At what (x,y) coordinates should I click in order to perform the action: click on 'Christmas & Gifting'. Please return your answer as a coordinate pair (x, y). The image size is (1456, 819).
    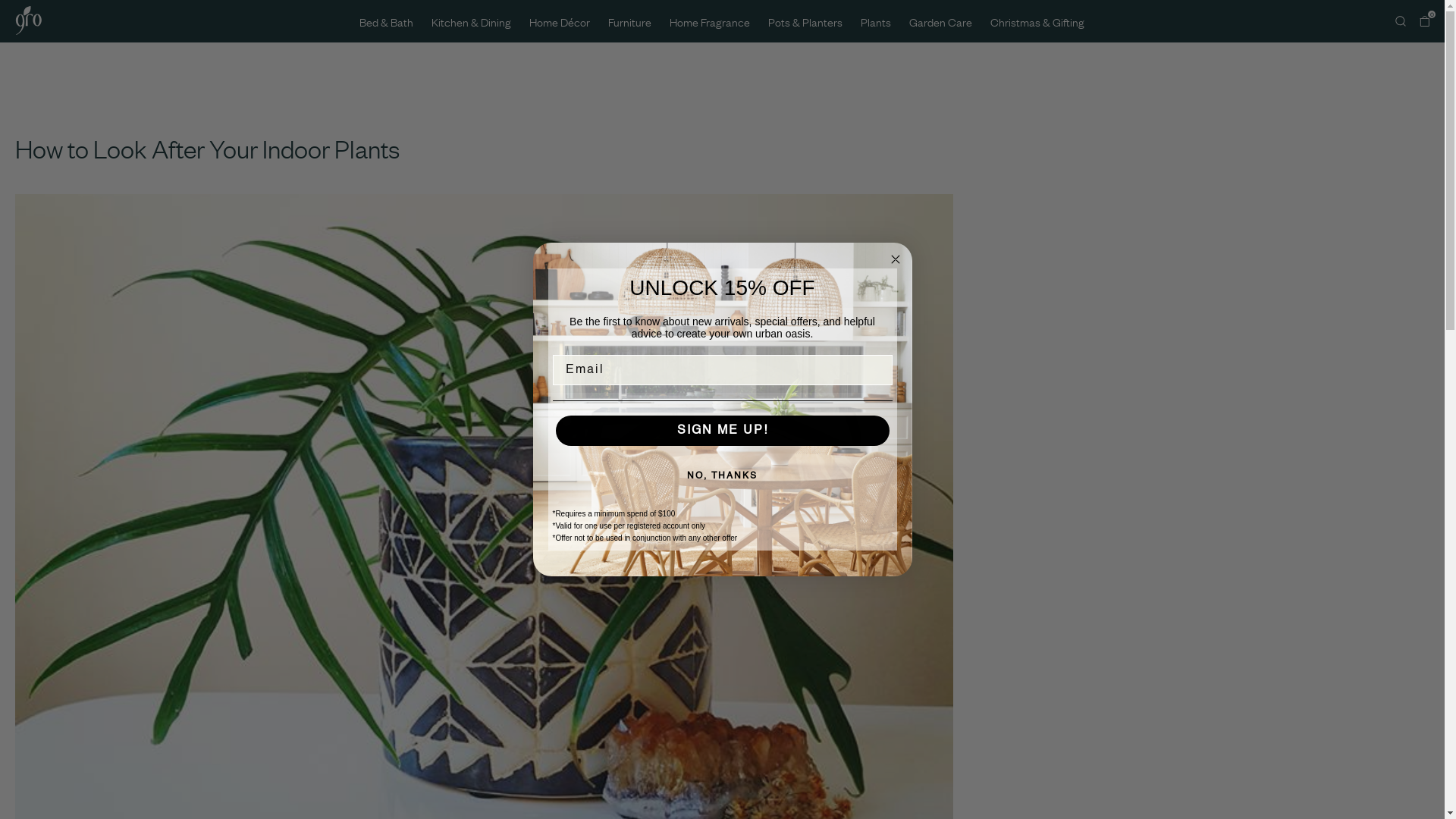
    Looking at the image, I should click on (990, 20).